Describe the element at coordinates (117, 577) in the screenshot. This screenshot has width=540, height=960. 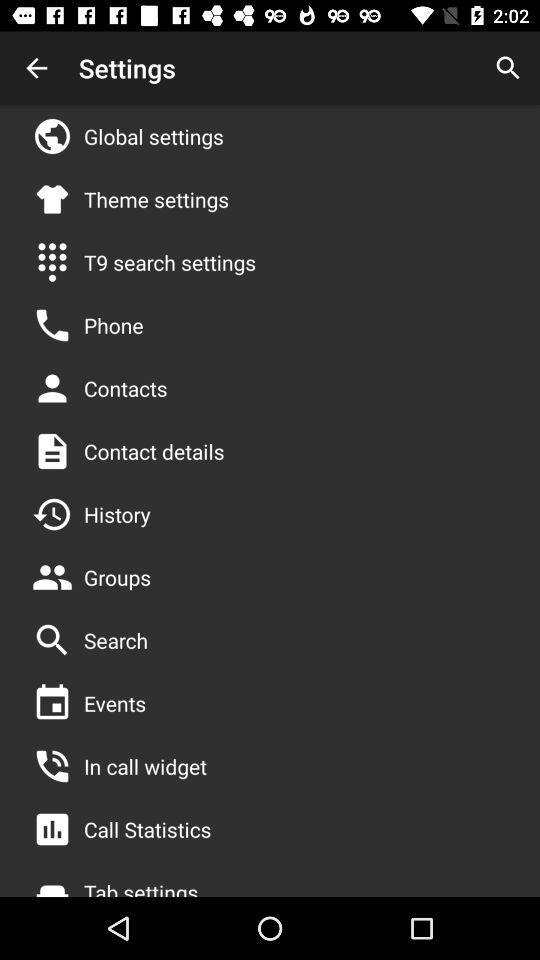
I see `the groups icon` at that location.